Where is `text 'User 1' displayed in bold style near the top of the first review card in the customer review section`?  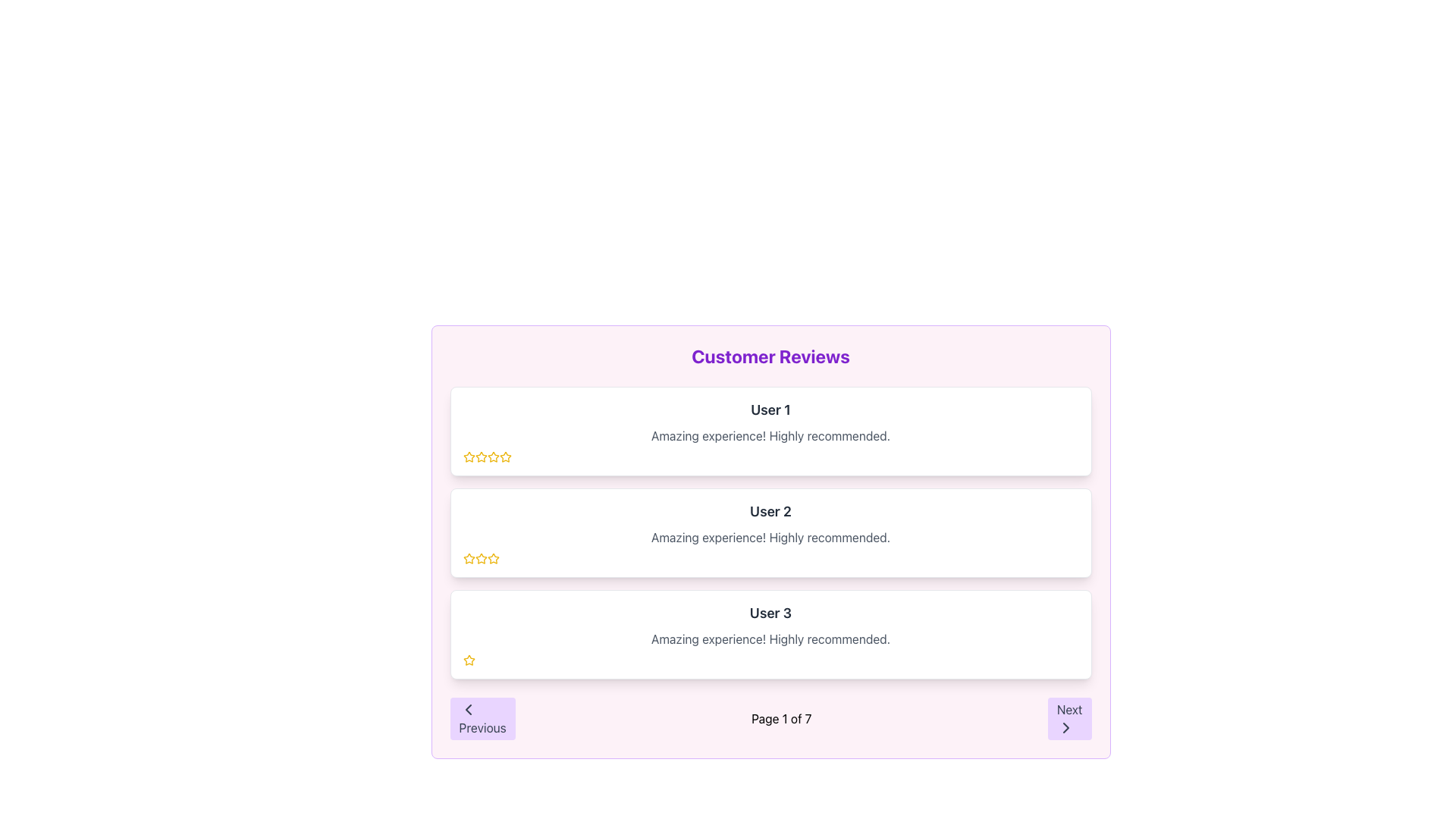
text 'User 1' displayed in bold style near the top of the first review card in the customer review section is located at coordinates (770, 409).